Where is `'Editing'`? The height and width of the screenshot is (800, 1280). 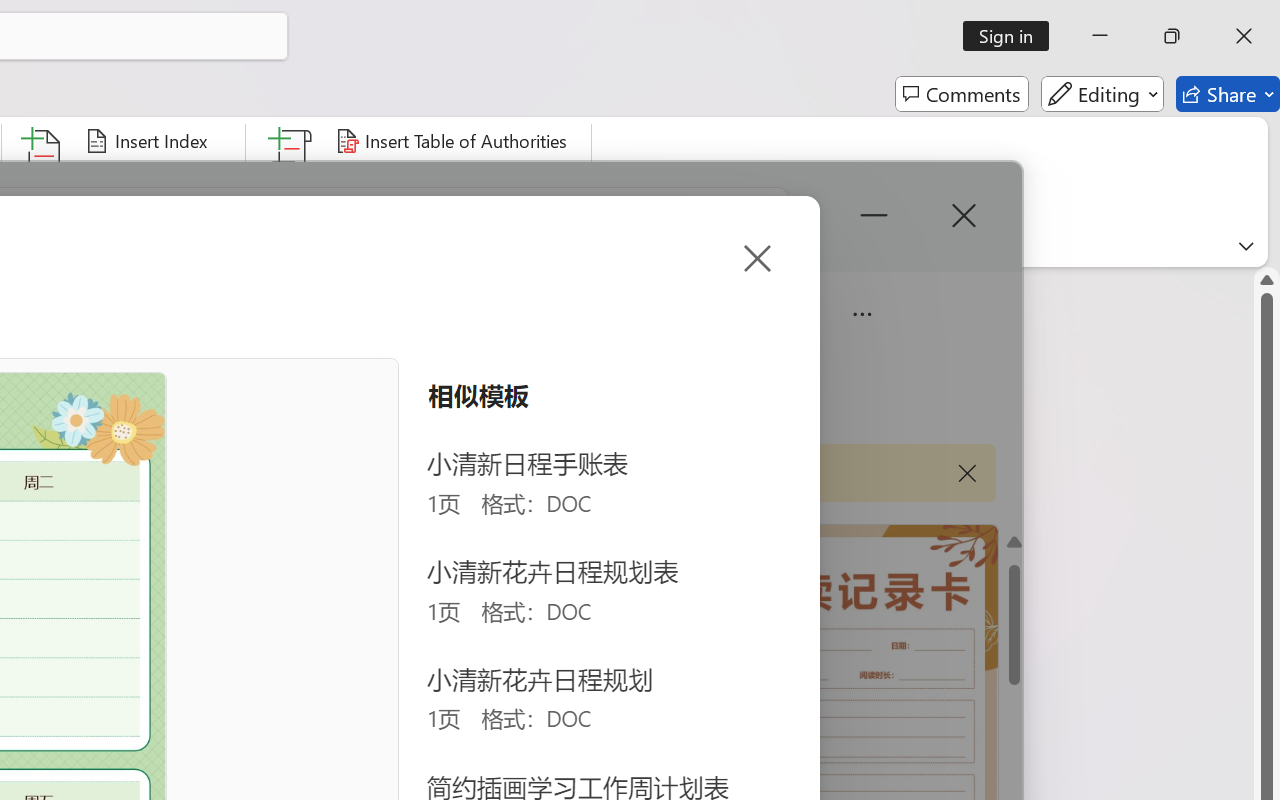 'Editing' is located at coordinates (1101, 94).